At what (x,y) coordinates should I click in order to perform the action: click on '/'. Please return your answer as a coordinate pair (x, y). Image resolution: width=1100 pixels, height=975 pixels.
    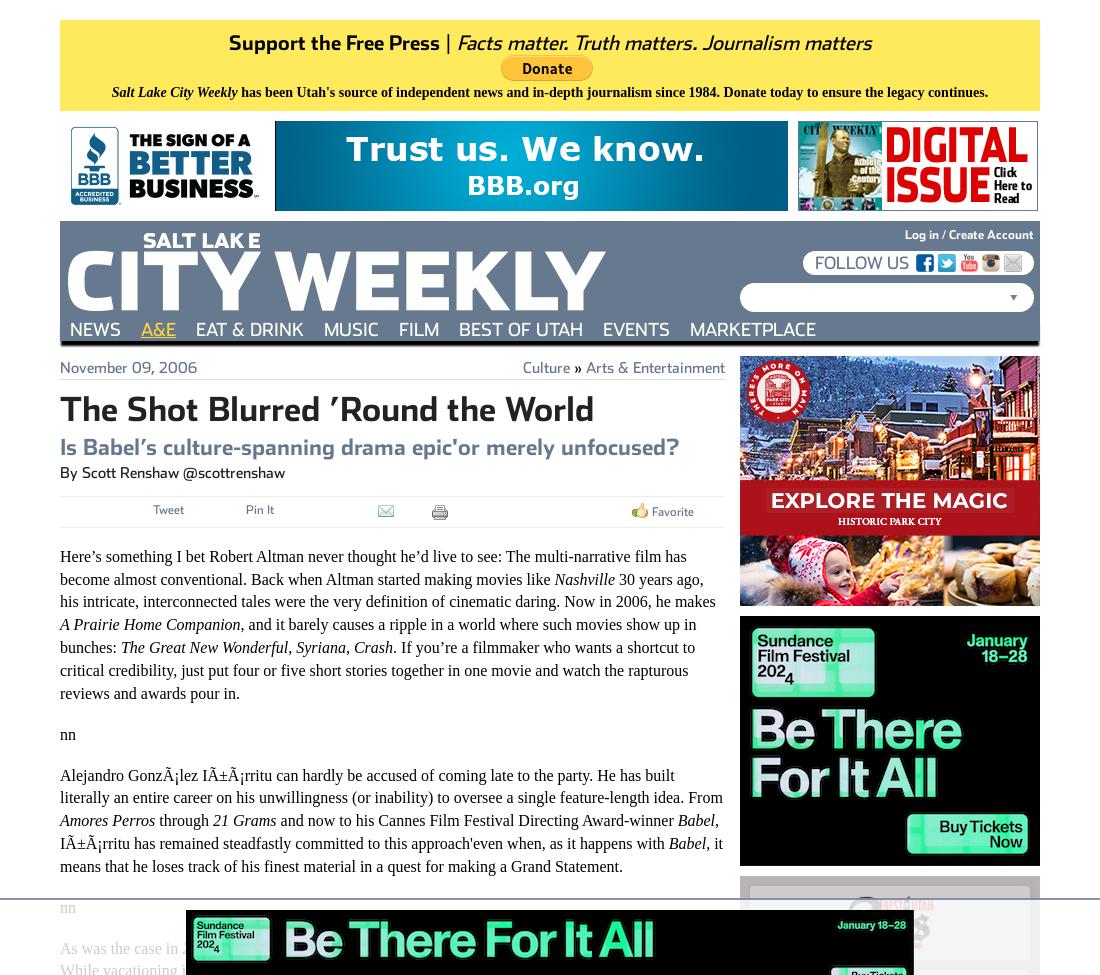
    Looking at the image, I should click on (938, 234).